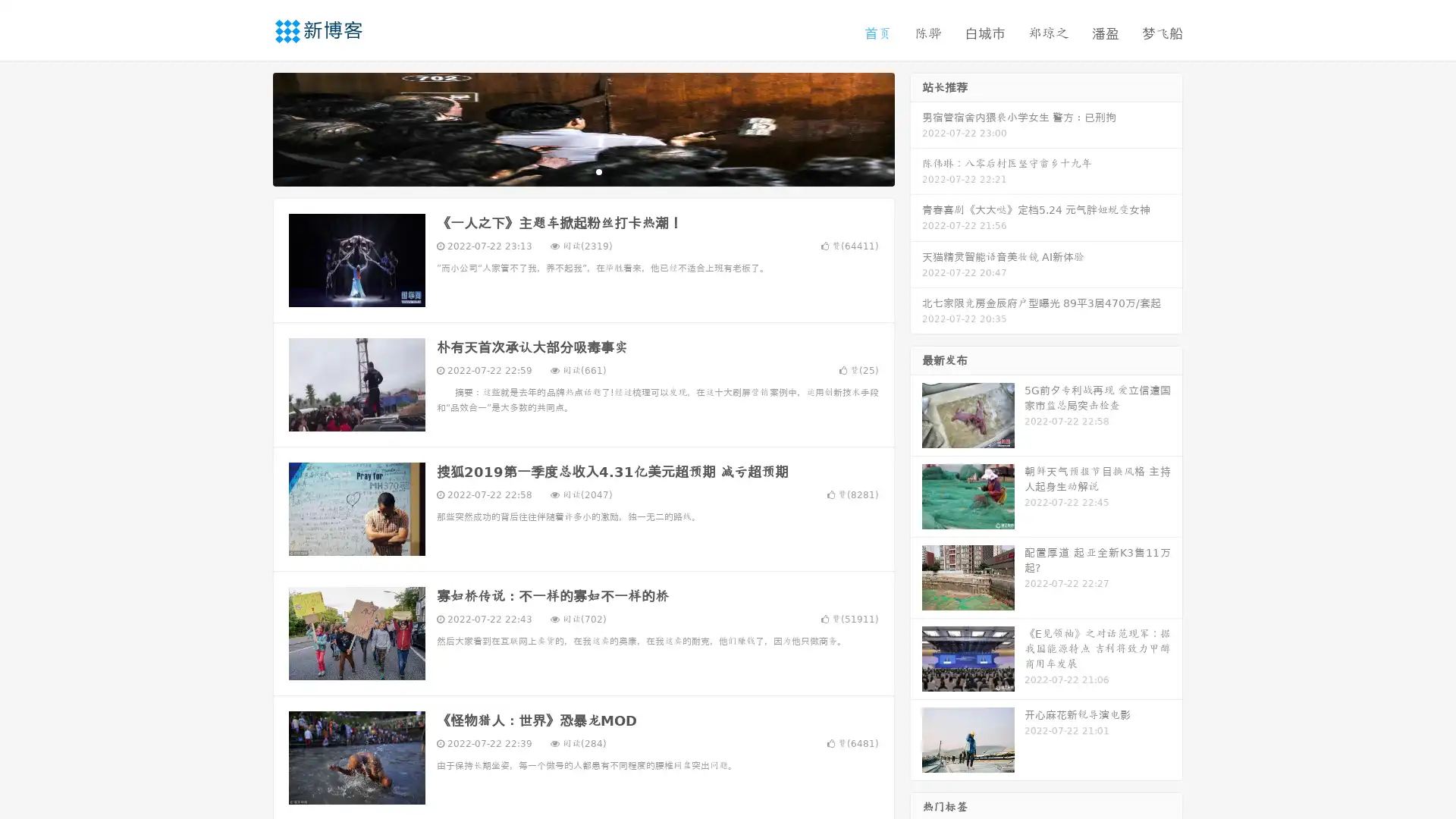 This screenshot has height=819, width=1456. Describe the element at coordinates (567, 171) in the screenshot. I see `Go to slide 1` at that location.